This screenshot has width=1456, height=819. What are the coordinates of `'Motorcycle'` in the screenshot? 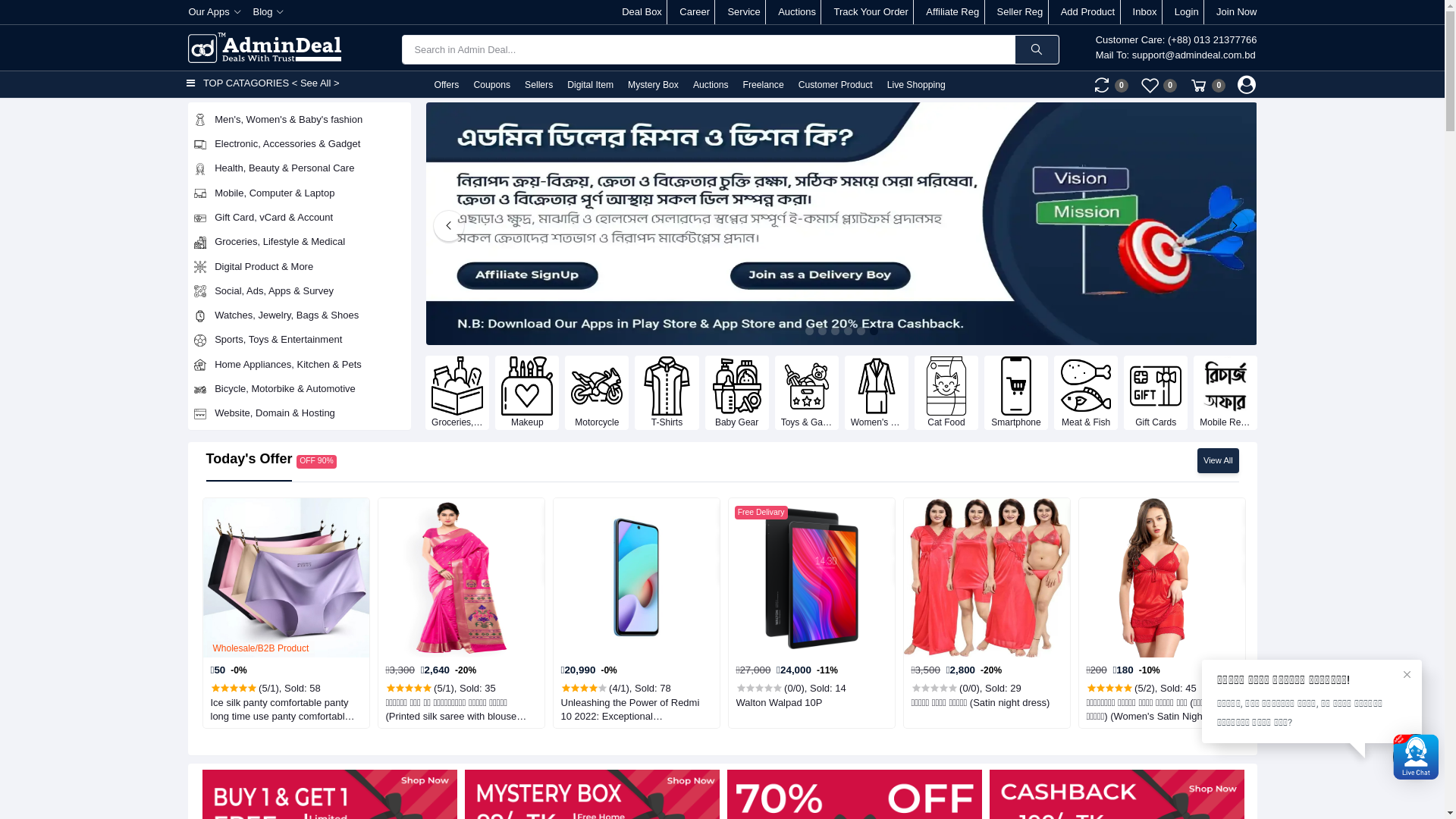 It's located at (596, 391).